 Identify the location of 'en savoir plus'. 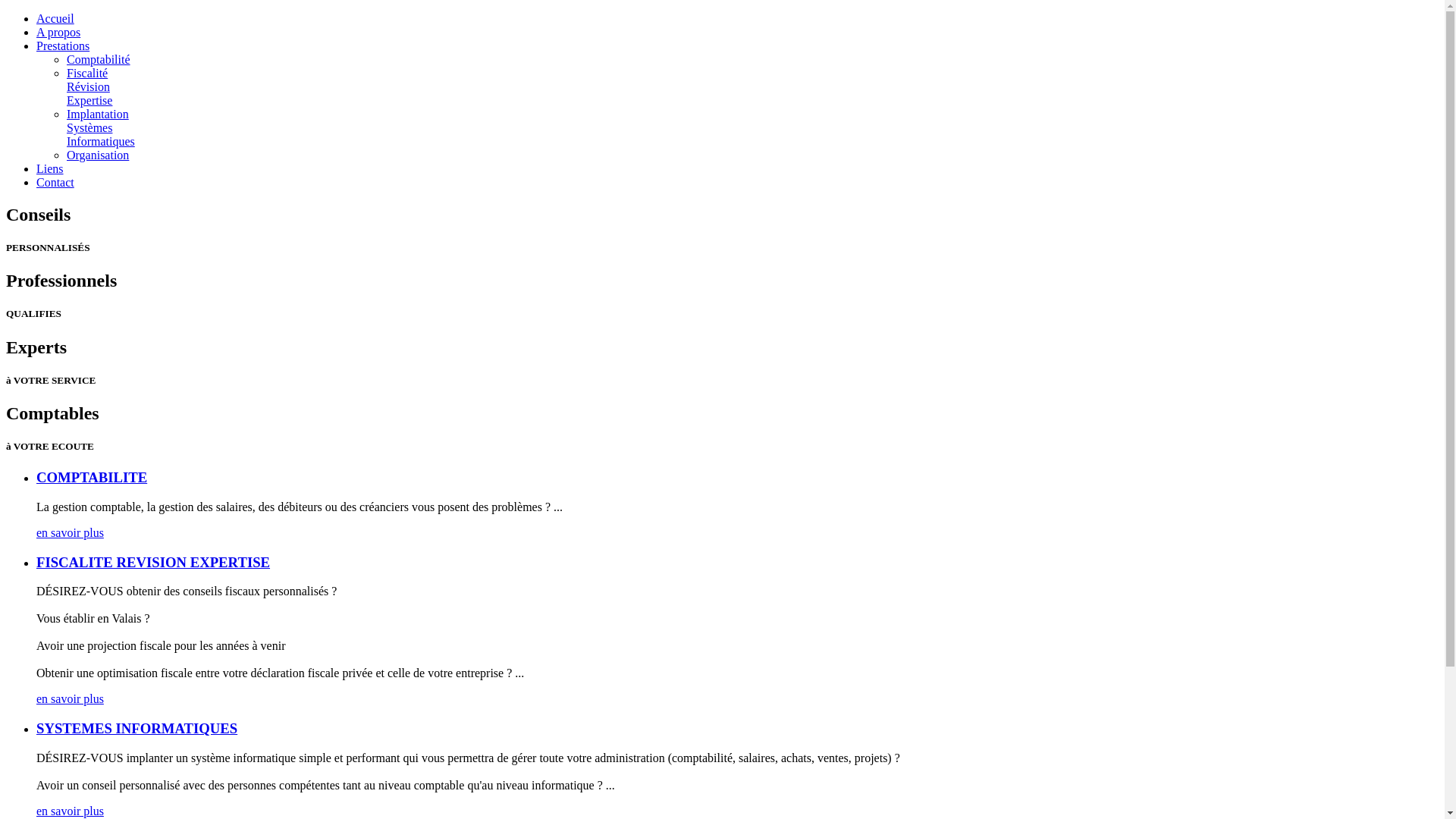
(69, 810).